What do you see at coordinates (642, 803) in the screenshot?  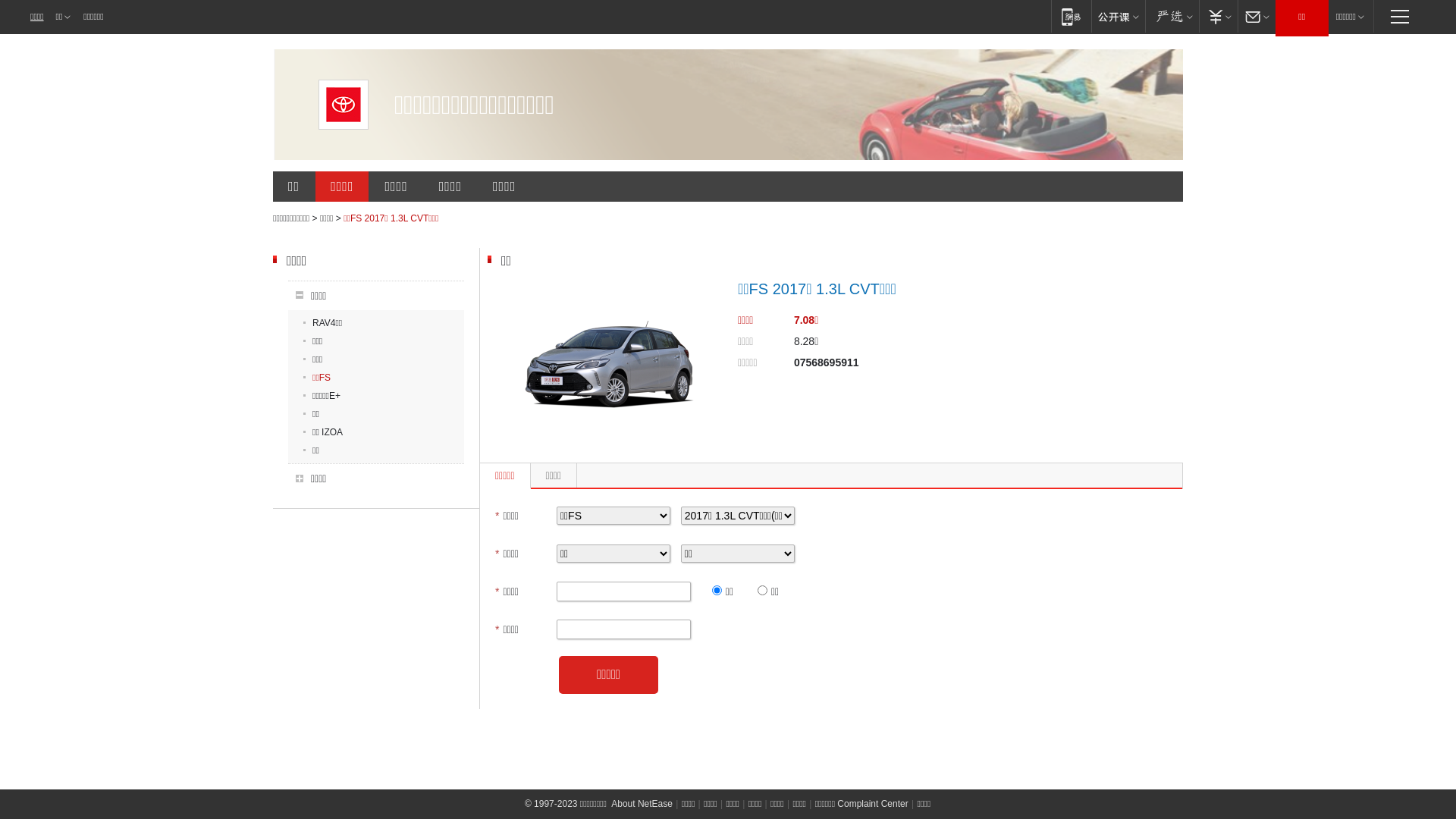 I see `'About NetEase'` at bounding box center [642, 803].